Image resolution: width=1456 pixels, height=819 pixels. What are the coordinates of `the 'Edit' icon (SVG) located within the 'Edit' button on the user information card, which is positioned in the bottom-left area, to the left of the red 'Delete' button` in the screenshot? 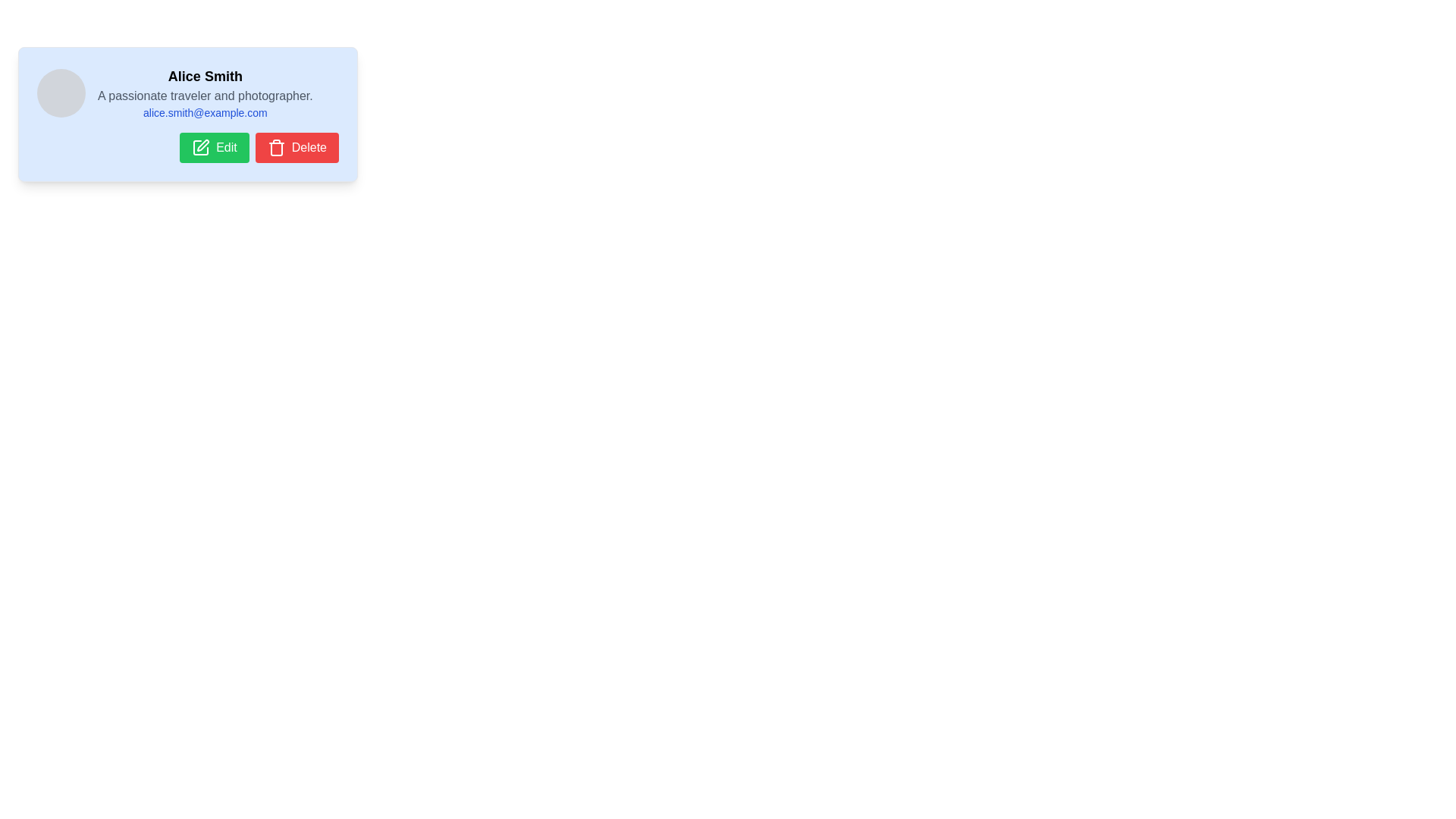 It's located at (200, 148).